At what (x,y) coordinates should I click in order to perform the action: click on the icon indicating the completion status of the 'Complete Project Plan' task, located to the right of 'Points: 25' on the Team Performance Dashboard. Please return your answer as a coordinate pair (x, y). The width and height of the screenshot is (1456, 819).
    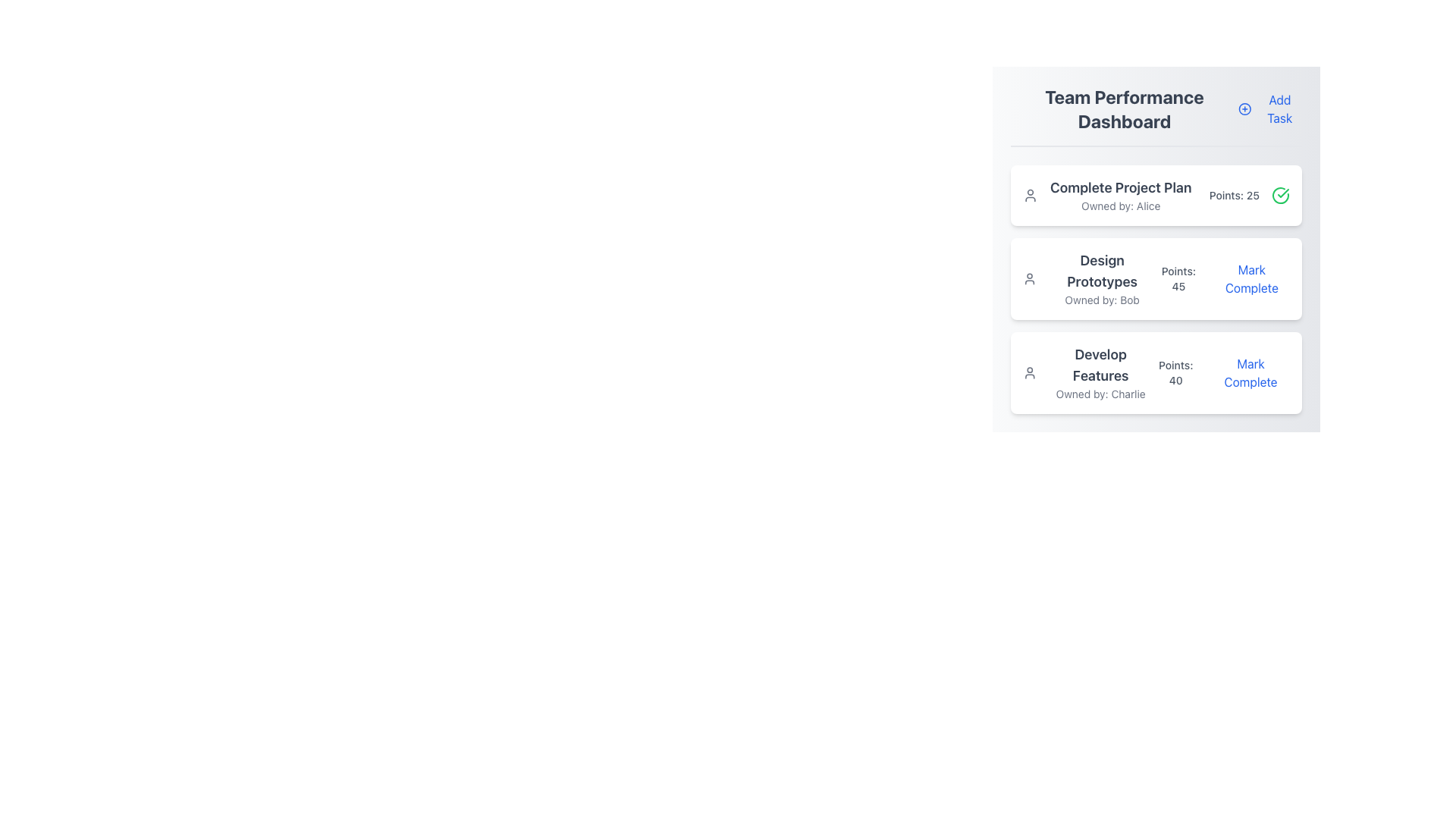
    Looking at the image, I should click on (1280, 195).